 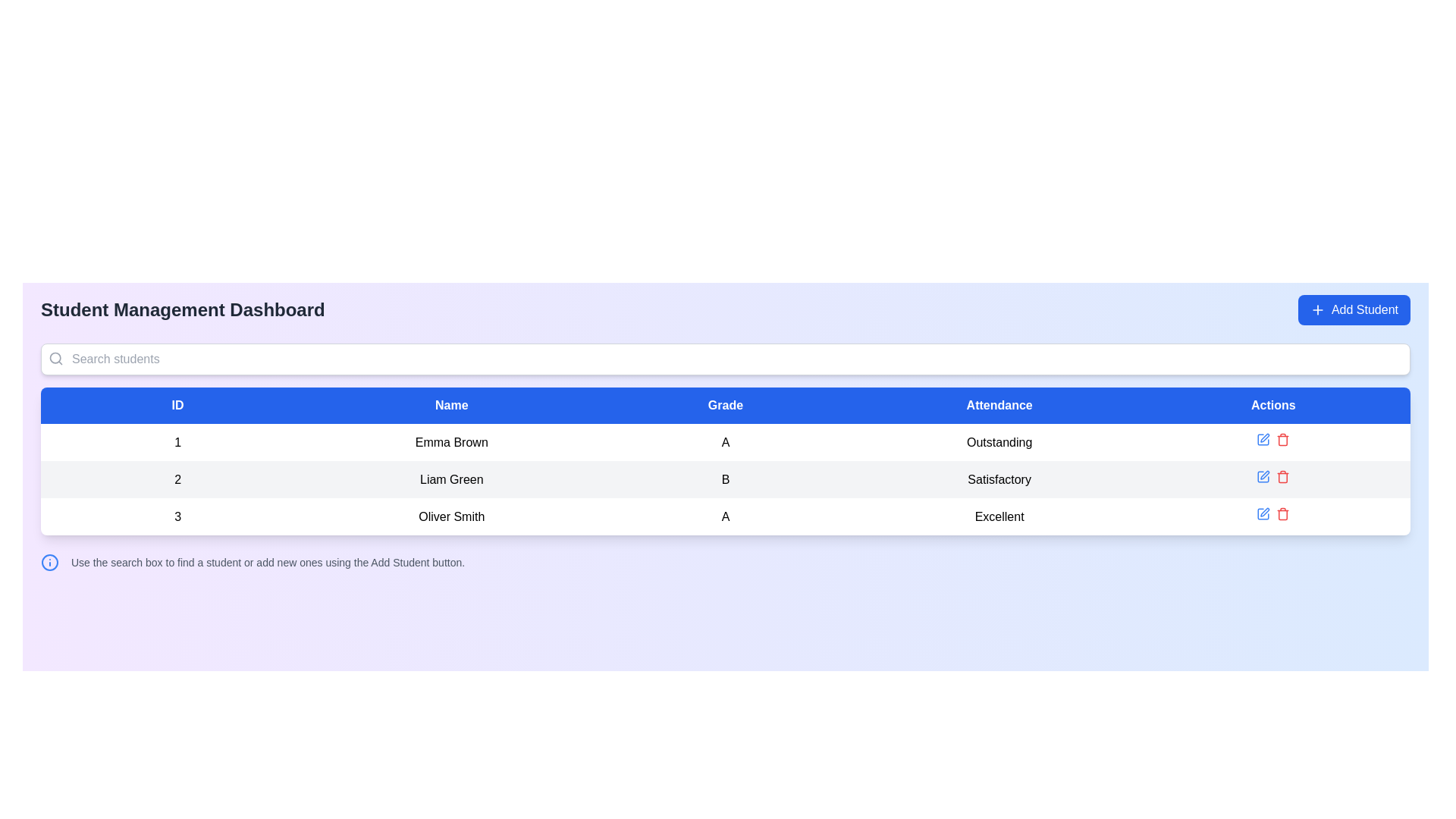 I want to click on the Table Header Cell with bold white text reading 'Attendance' that has a blue background, located as the fourth column header in the table, so click(x=999, y=405).